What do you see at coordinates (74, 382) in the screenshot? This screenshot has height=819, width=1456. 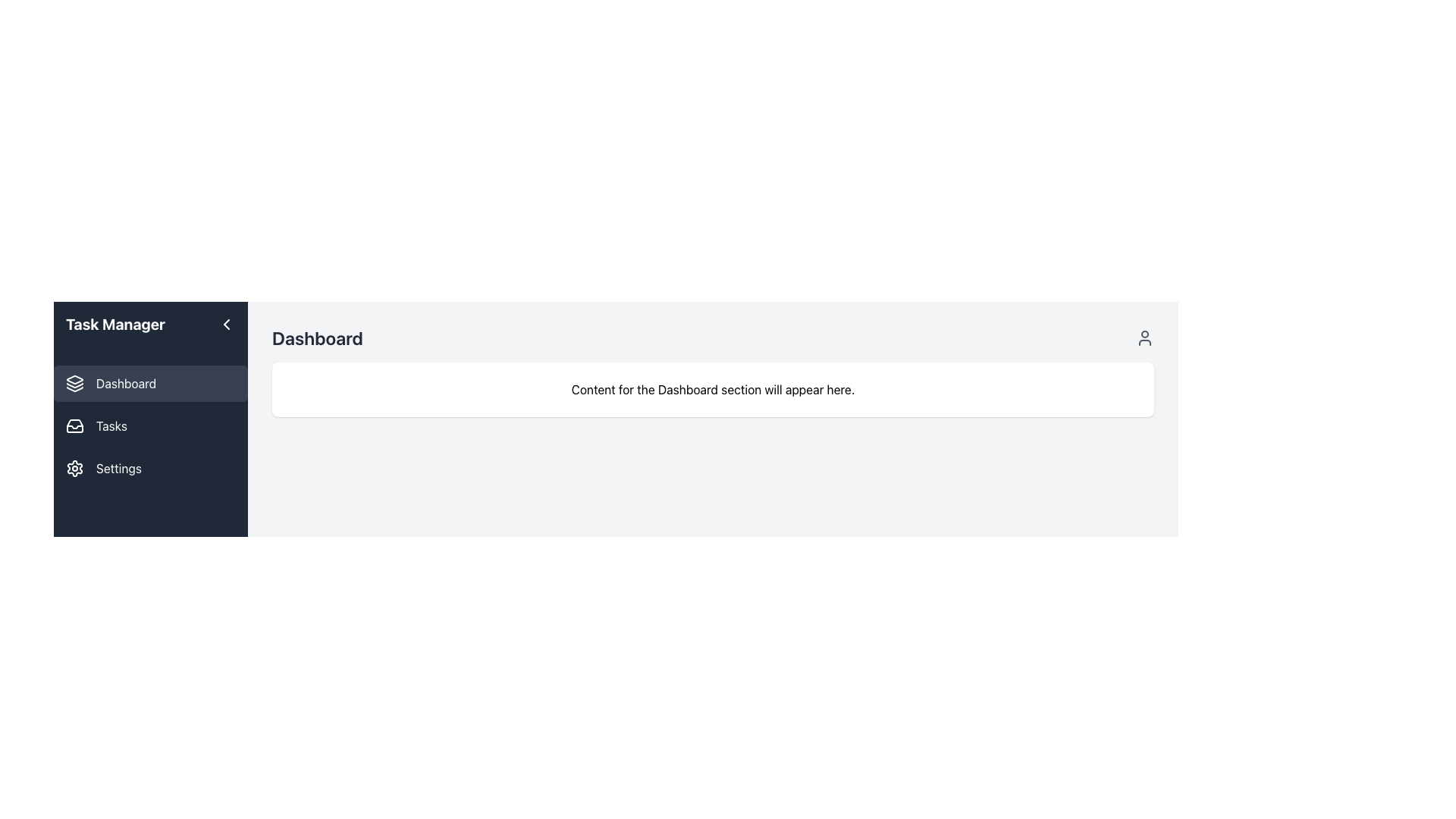 I see `the 'Dashboard' icon in the left sidebar navigation menu, which is the first icon in the vertical arrangement of menu items` at bounding box center [74, 382].